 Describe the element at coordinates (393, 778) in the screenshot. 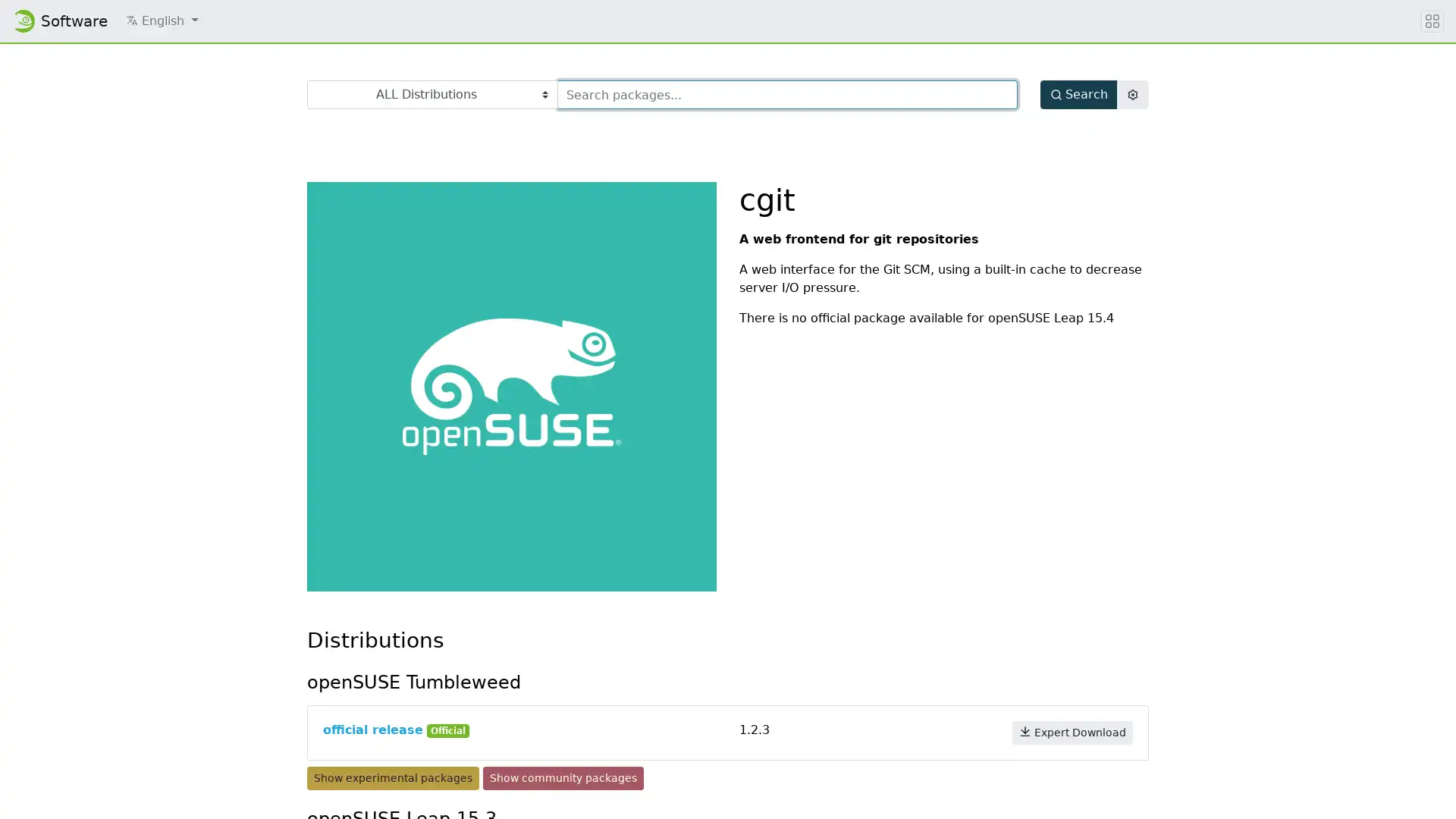

I see `Show experimental packages` at that location.